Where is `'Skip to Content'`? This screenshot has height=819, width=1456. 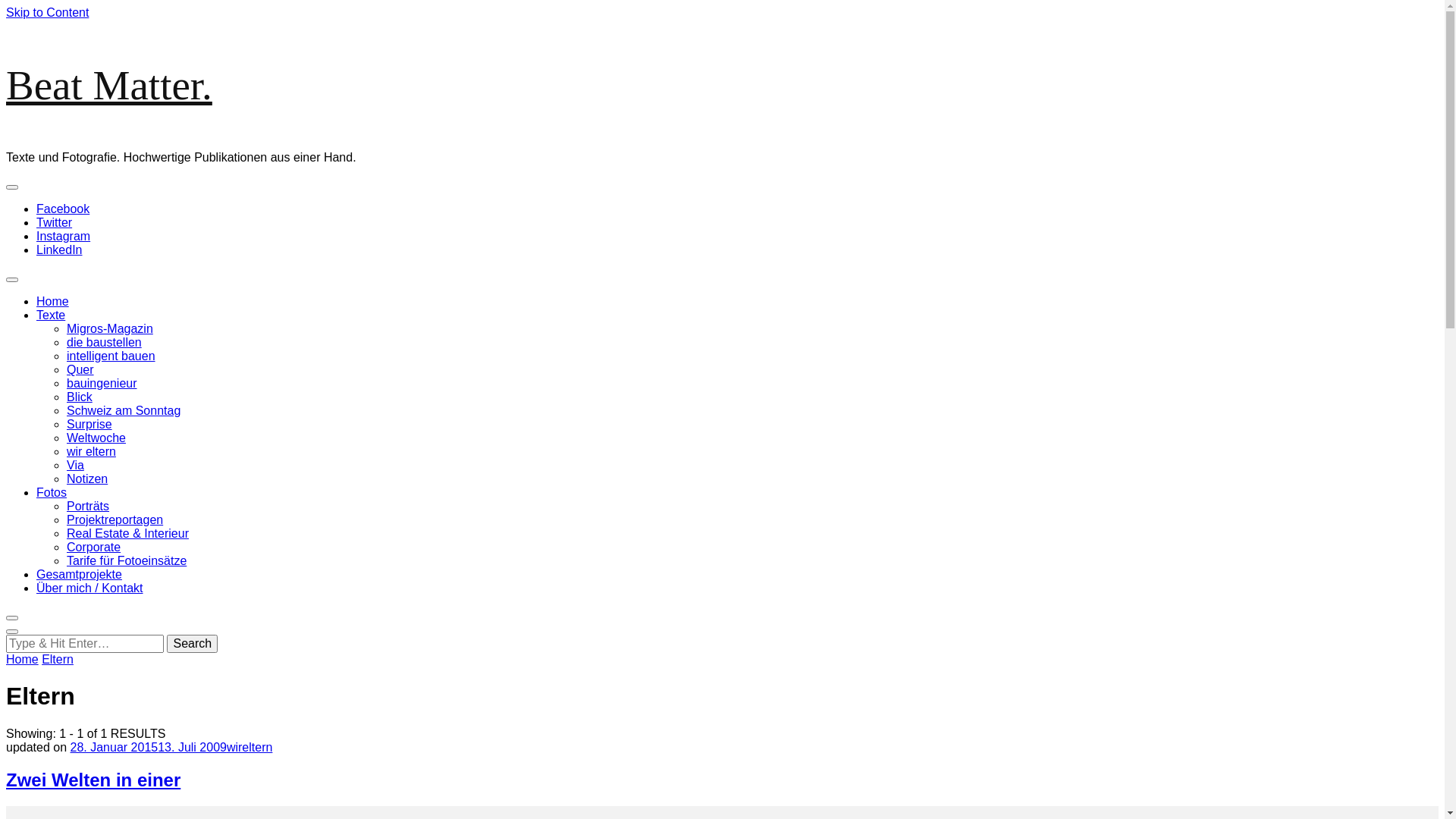 'Skip to Content' is located at coordinates (47, 12).